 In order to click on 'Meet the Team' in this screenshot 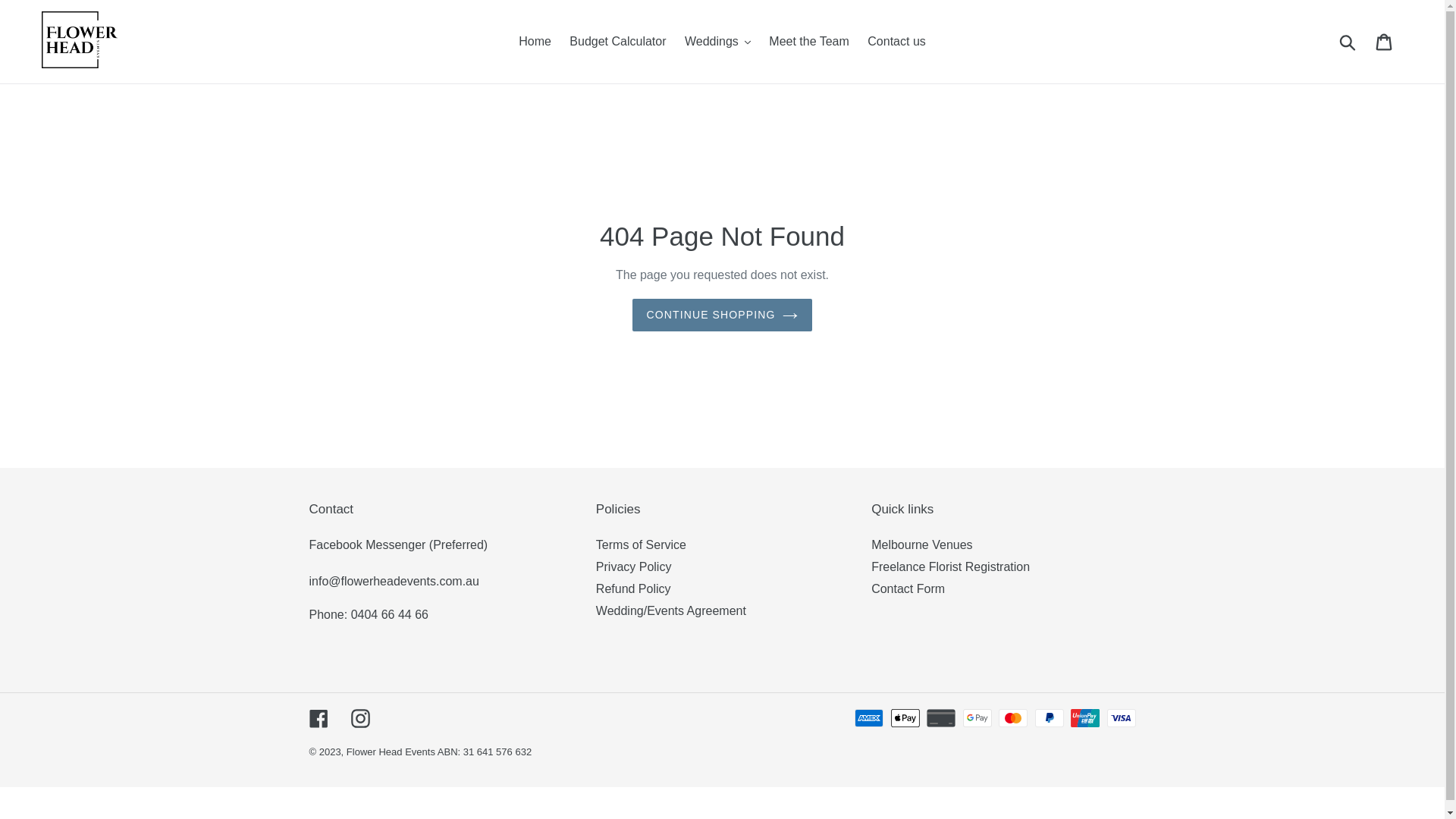, I will do `click(808, 40)`.